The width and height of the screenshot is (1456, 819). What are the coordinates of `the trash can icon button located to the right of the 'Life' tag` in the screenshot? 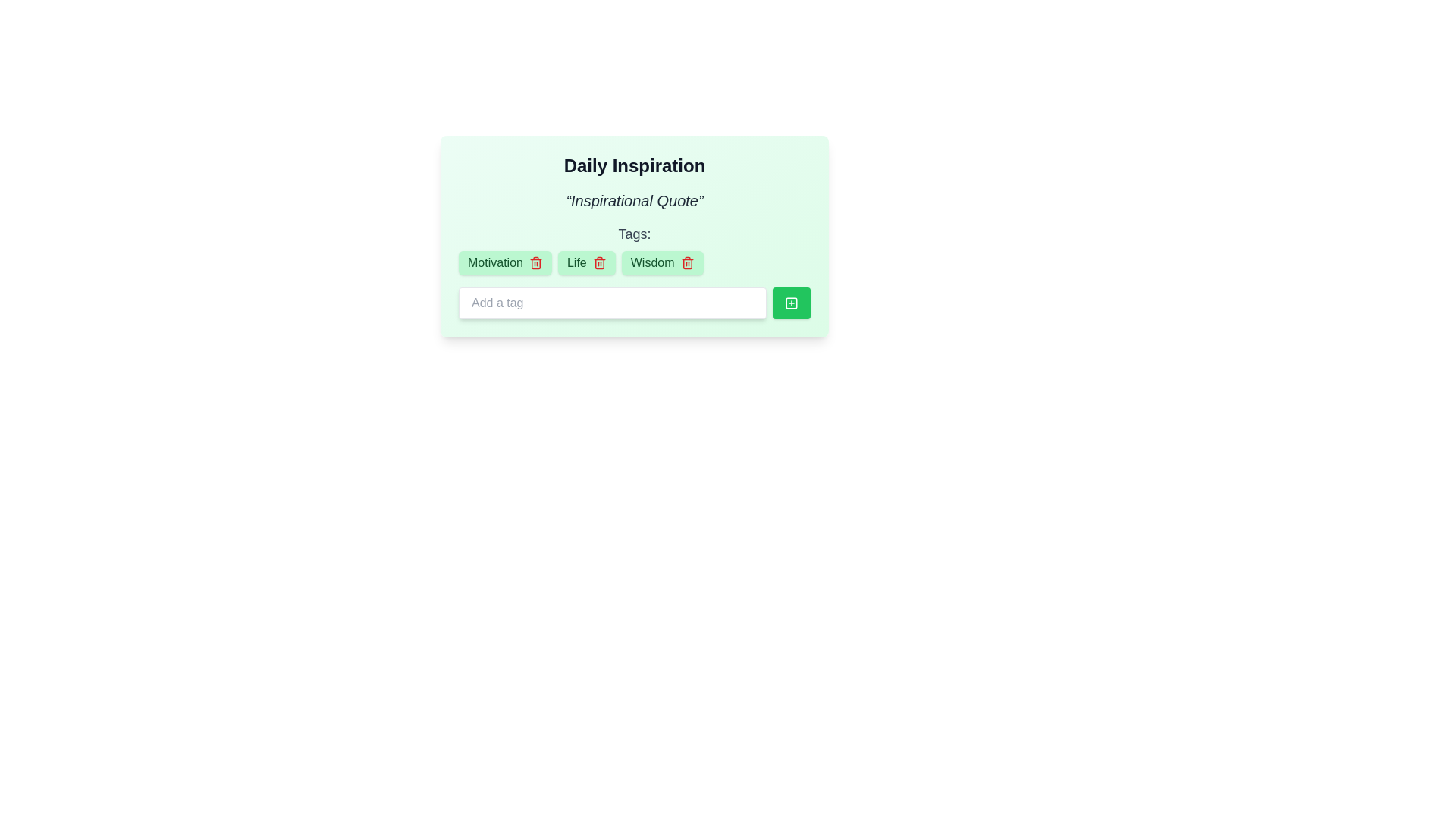 It's located at (598, 262).